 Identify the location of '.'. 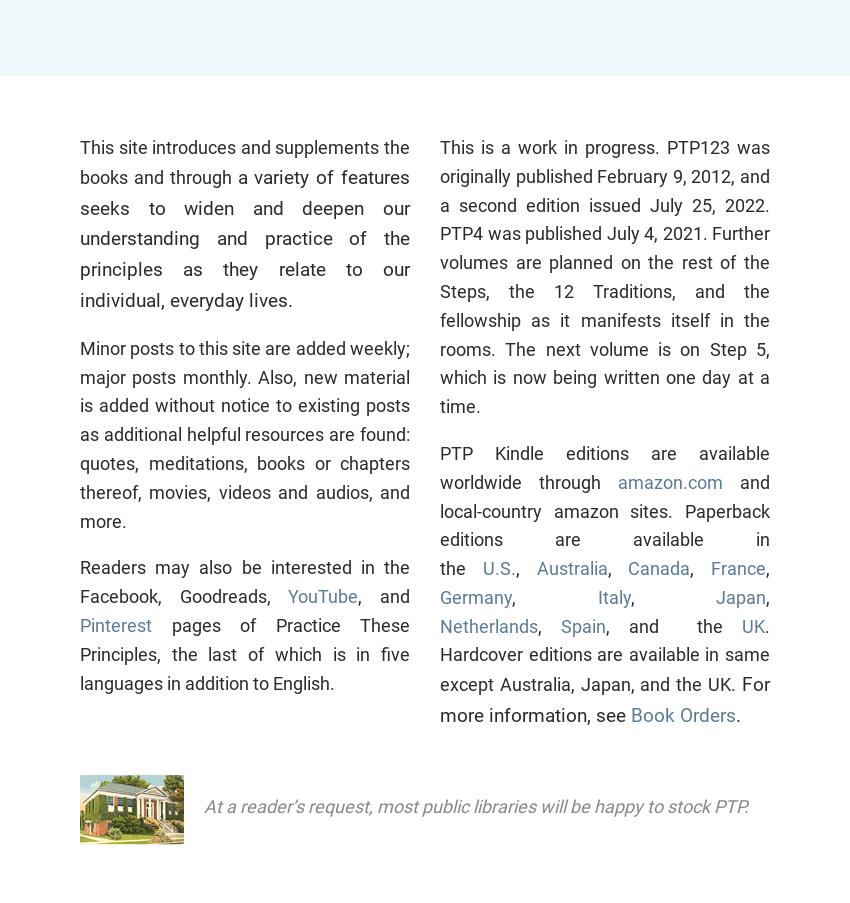
(738, 715).